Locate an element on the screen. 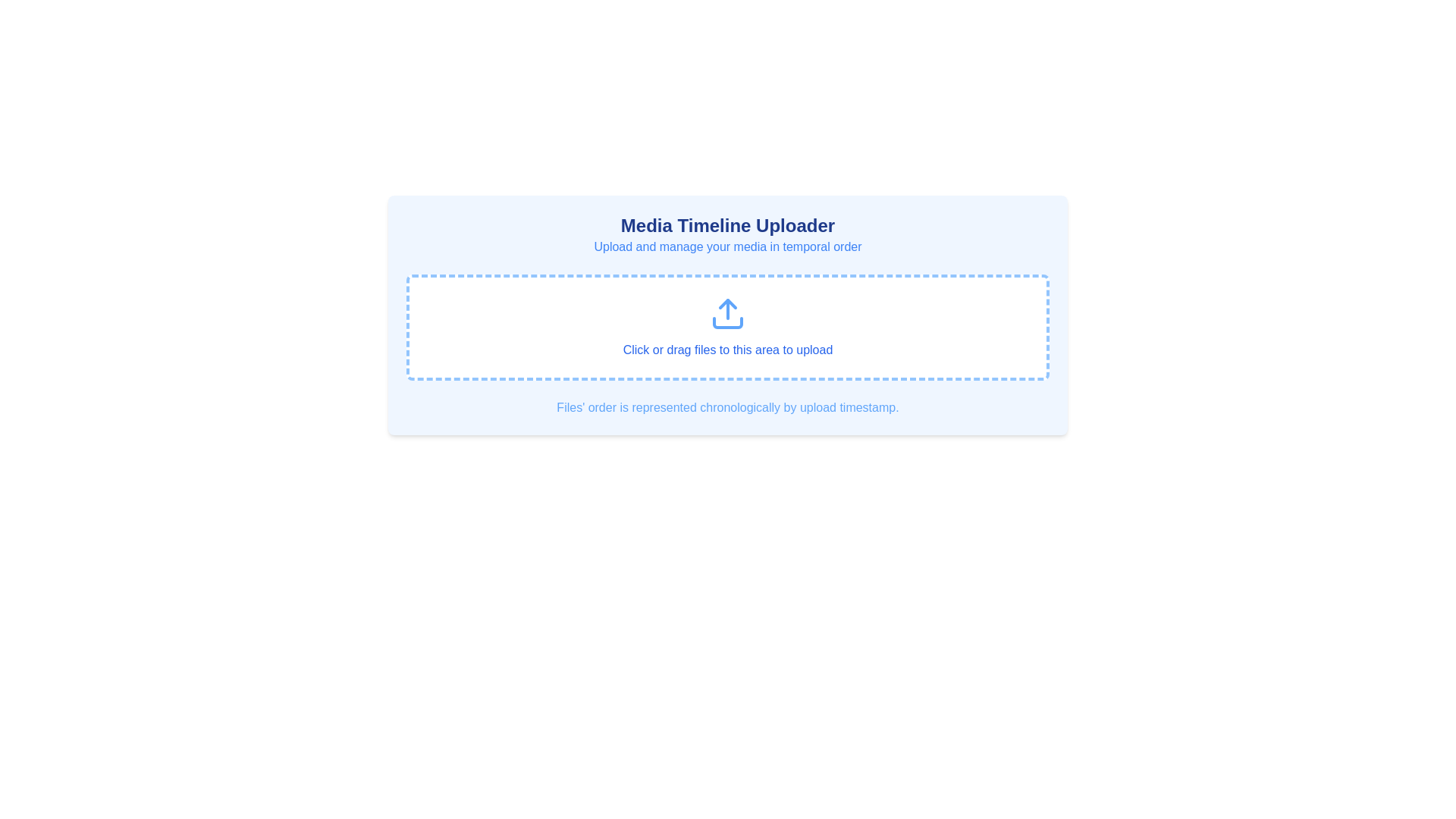 The width and height of the screenshot is (1456, 819). the upload icon for keyboard navigation within the 'Media Timeline Uploader' interface is located at coordinates (728, 312).